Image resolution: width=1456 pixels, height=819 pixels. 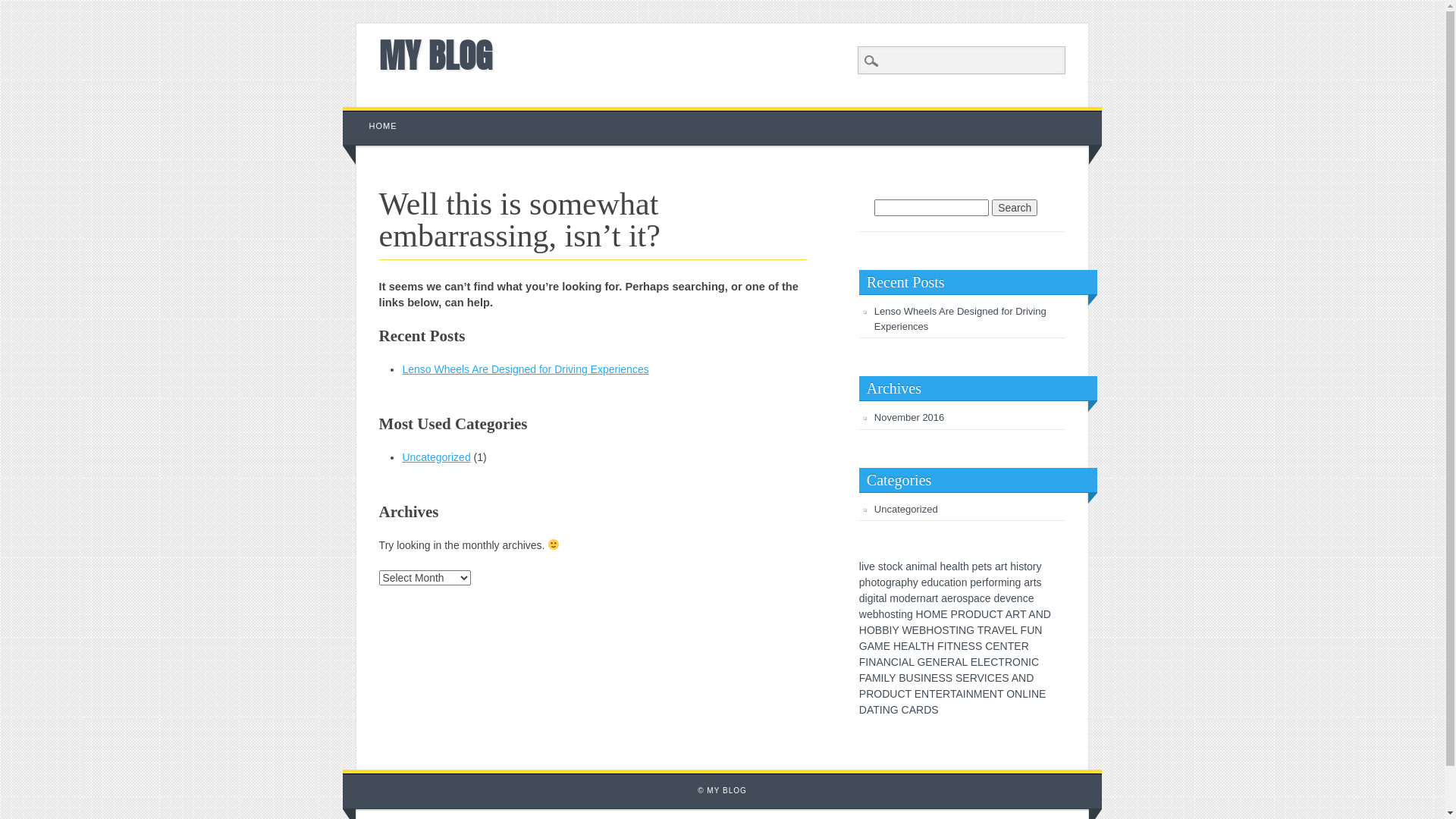 What do you see at coordinates (990, 581) in the screenshot?
I see `'o'` at bounding box center [990, 581].